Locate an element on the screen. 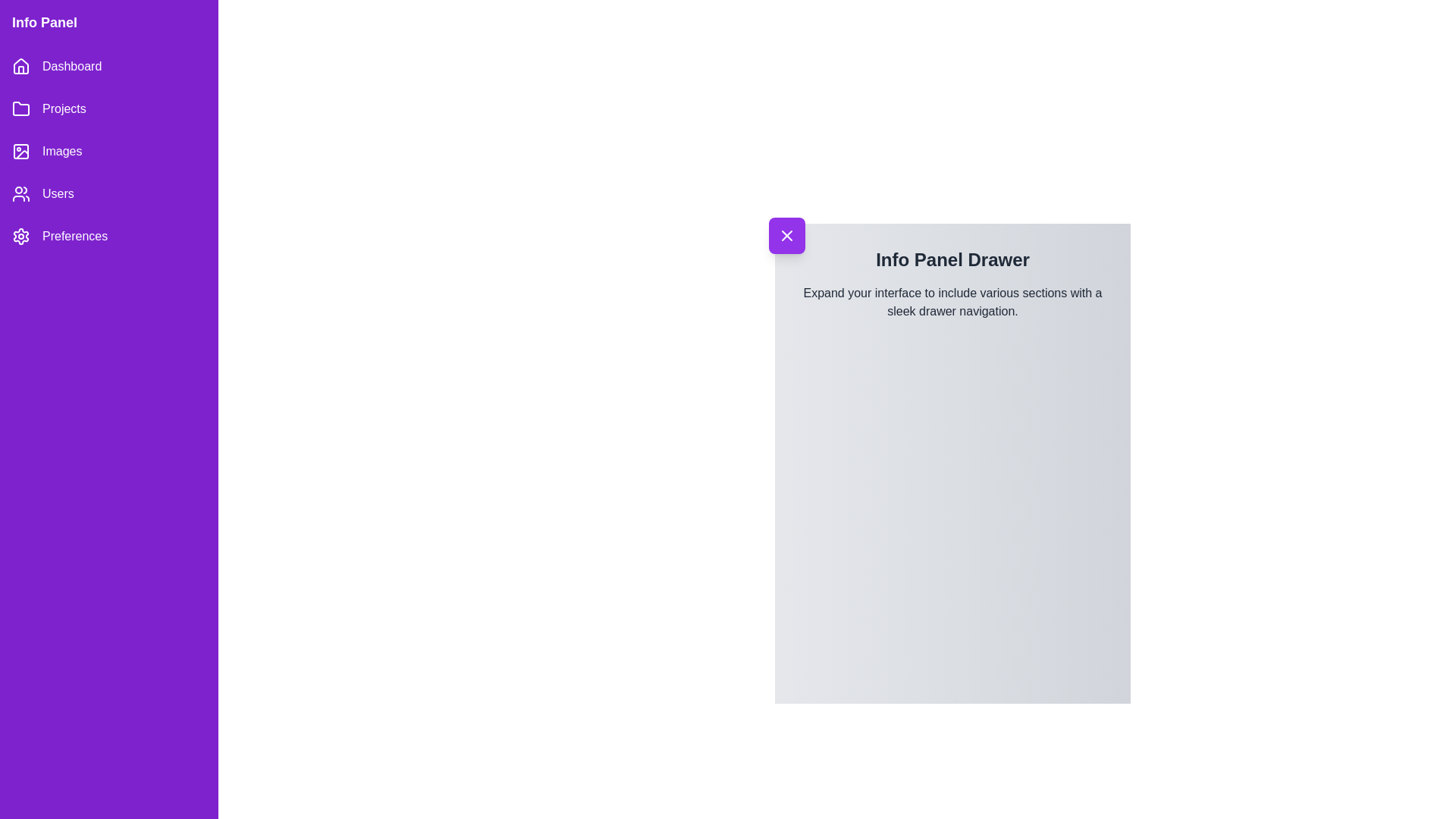 The image size is (1456, 819). the menu item Preferences to observe its hover effect is located at coordinates (108, 237).